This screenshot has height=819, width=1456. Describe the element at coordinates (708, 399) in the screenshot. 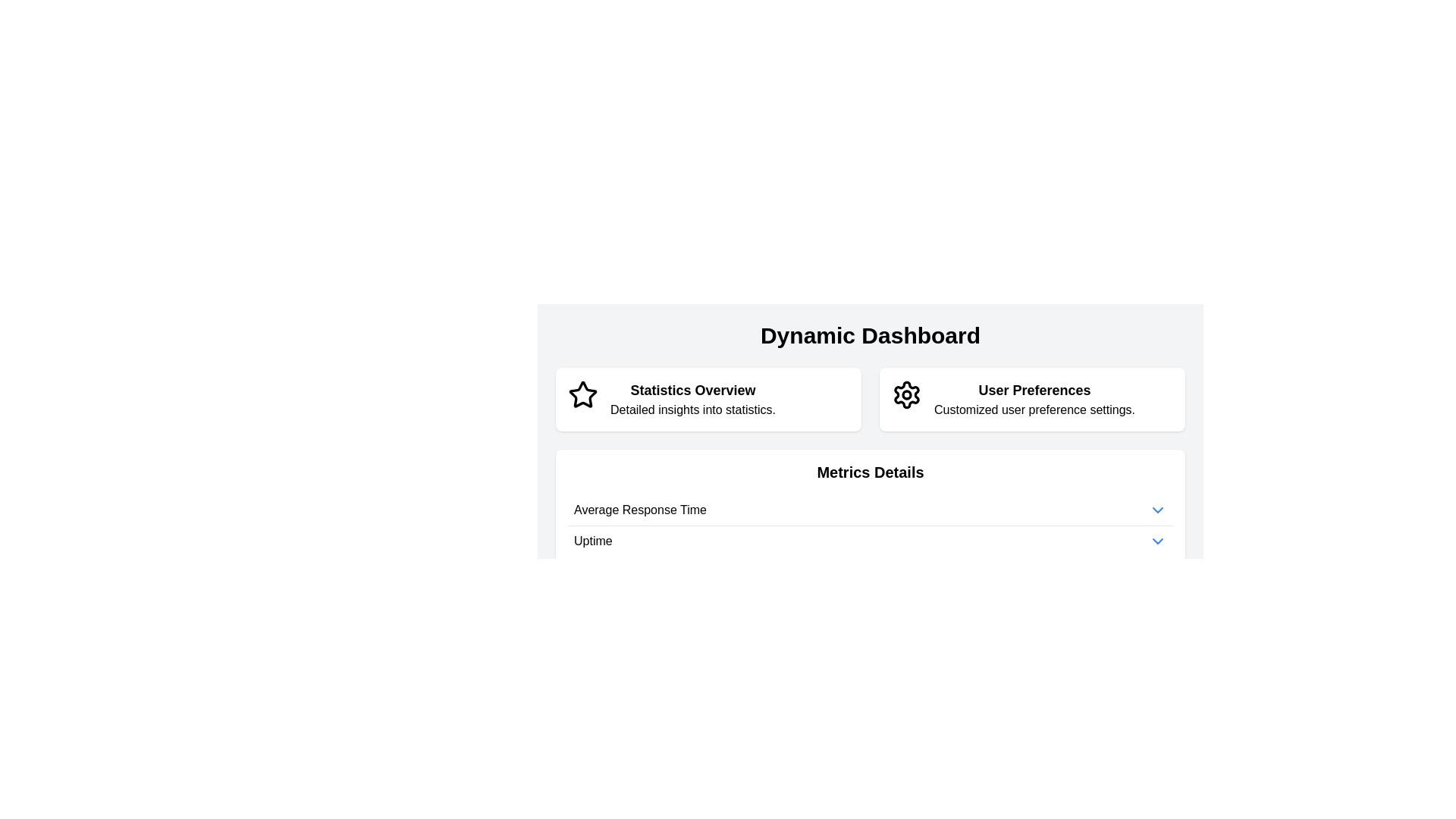

I see `the Informational Card located in the top-left section of the interface, which provides access to detailed statistical insights` at that location.